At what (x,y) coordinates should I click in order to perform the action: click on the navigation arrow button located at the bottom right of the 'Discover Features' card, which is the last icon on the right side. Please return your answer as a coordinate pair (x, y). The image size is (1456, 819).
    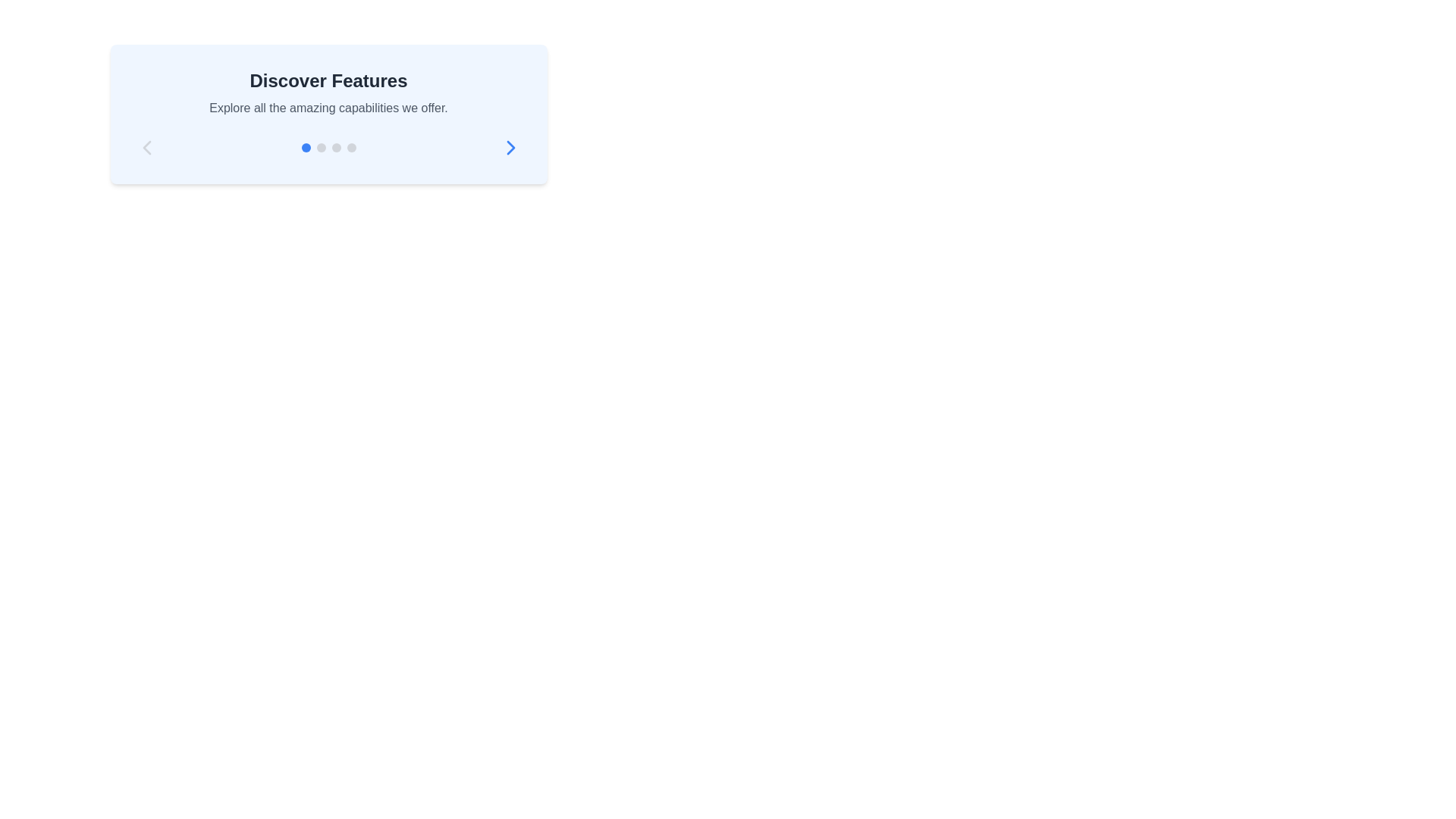
    Looking at the image, I should click on (510, 148).